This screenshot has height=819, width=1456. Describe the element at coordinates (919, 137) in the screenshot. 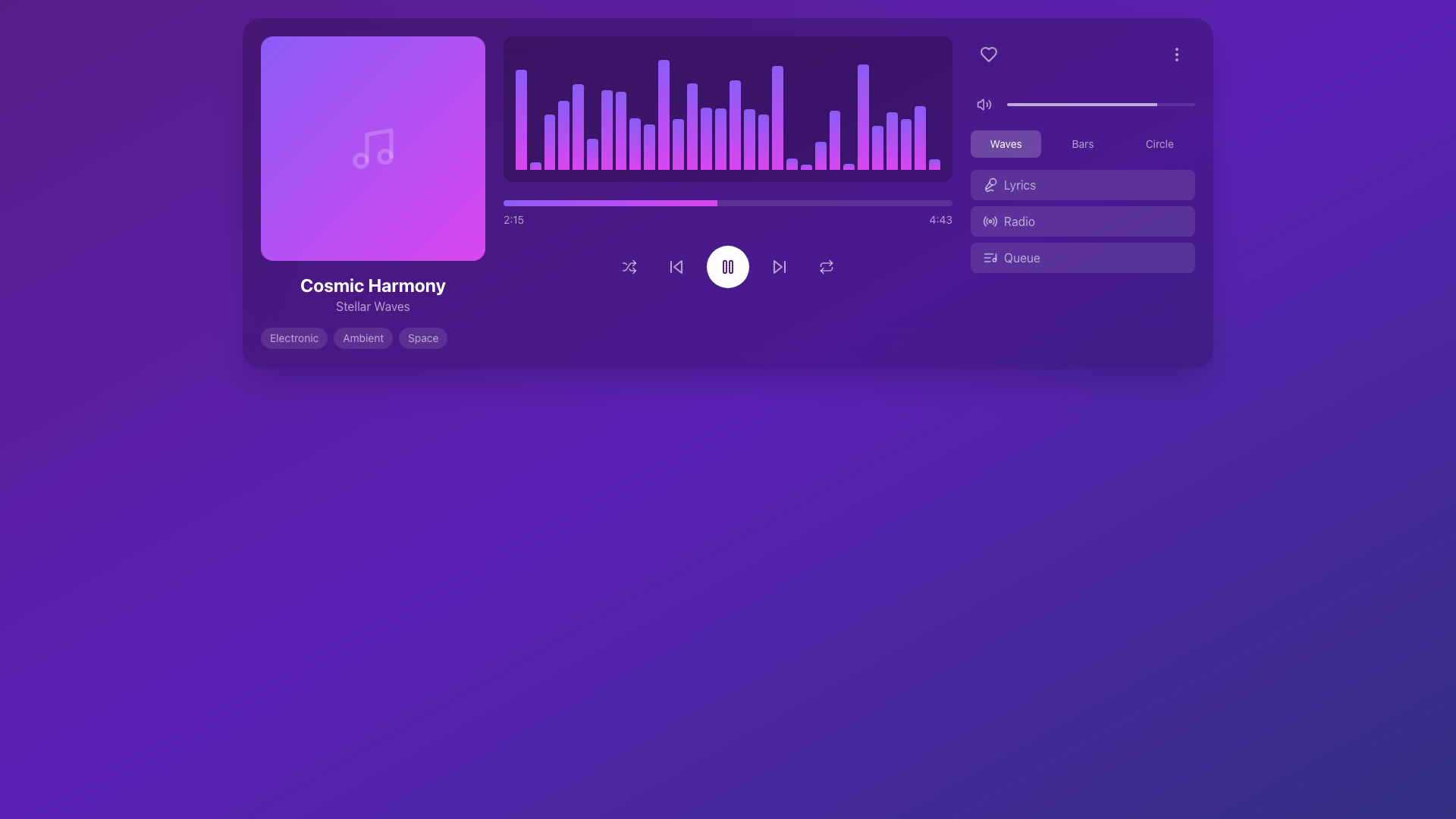

I see `the 28th vertical bar in the audio visualization bar chart, which represents a frequency or amplitude level` at that location.